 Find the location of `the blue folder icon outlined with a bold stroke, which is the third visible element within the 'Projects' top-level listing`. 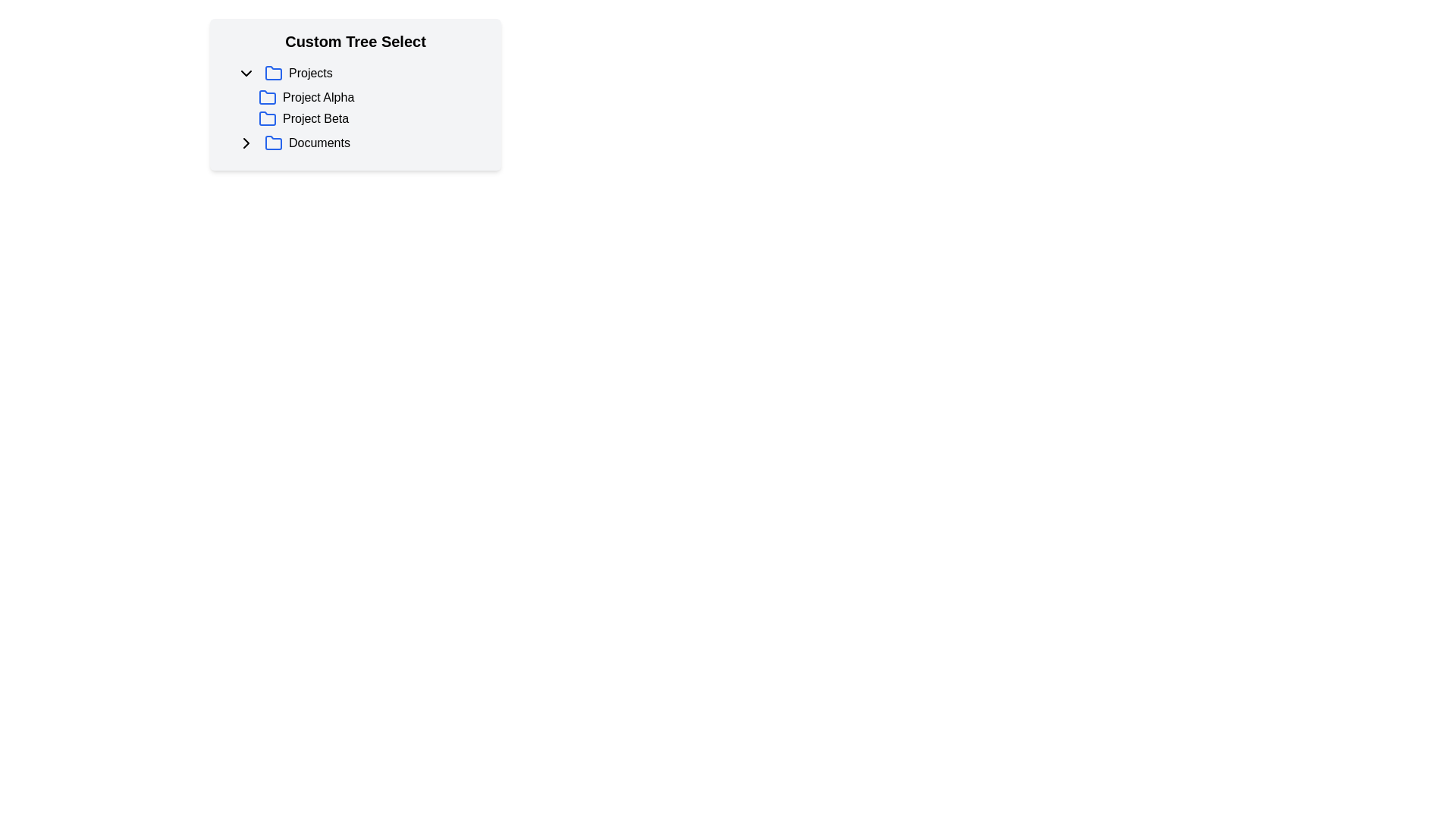

the blue folder icon outlined with a bold stroke, which is the third visible element within the 'Projects' top-level listing is located at coordinates (273, 73).